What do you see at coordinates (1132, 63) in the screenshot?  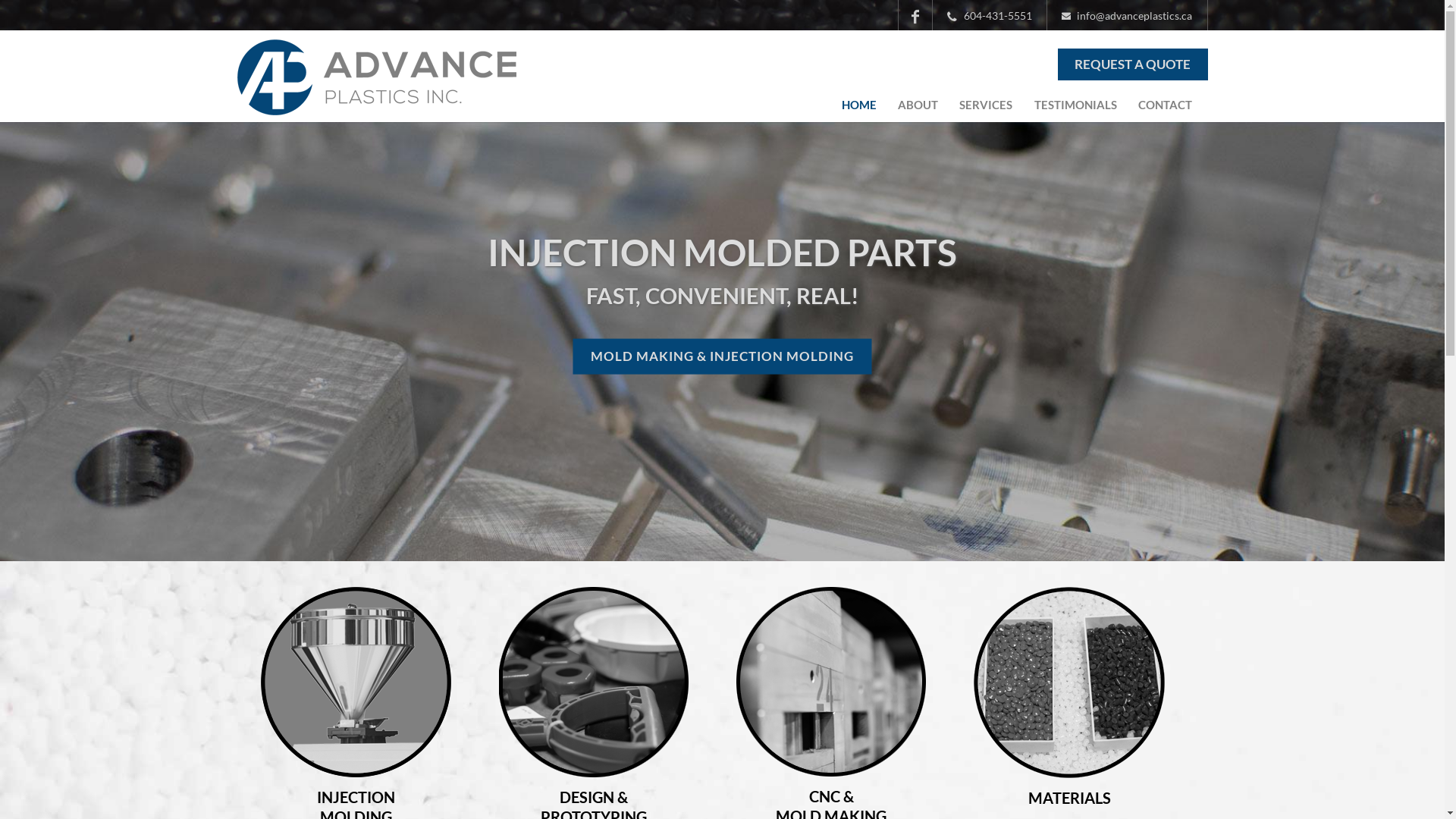 I see `'REQUEST A QUOTE'` at bounding box center [1132, 63].